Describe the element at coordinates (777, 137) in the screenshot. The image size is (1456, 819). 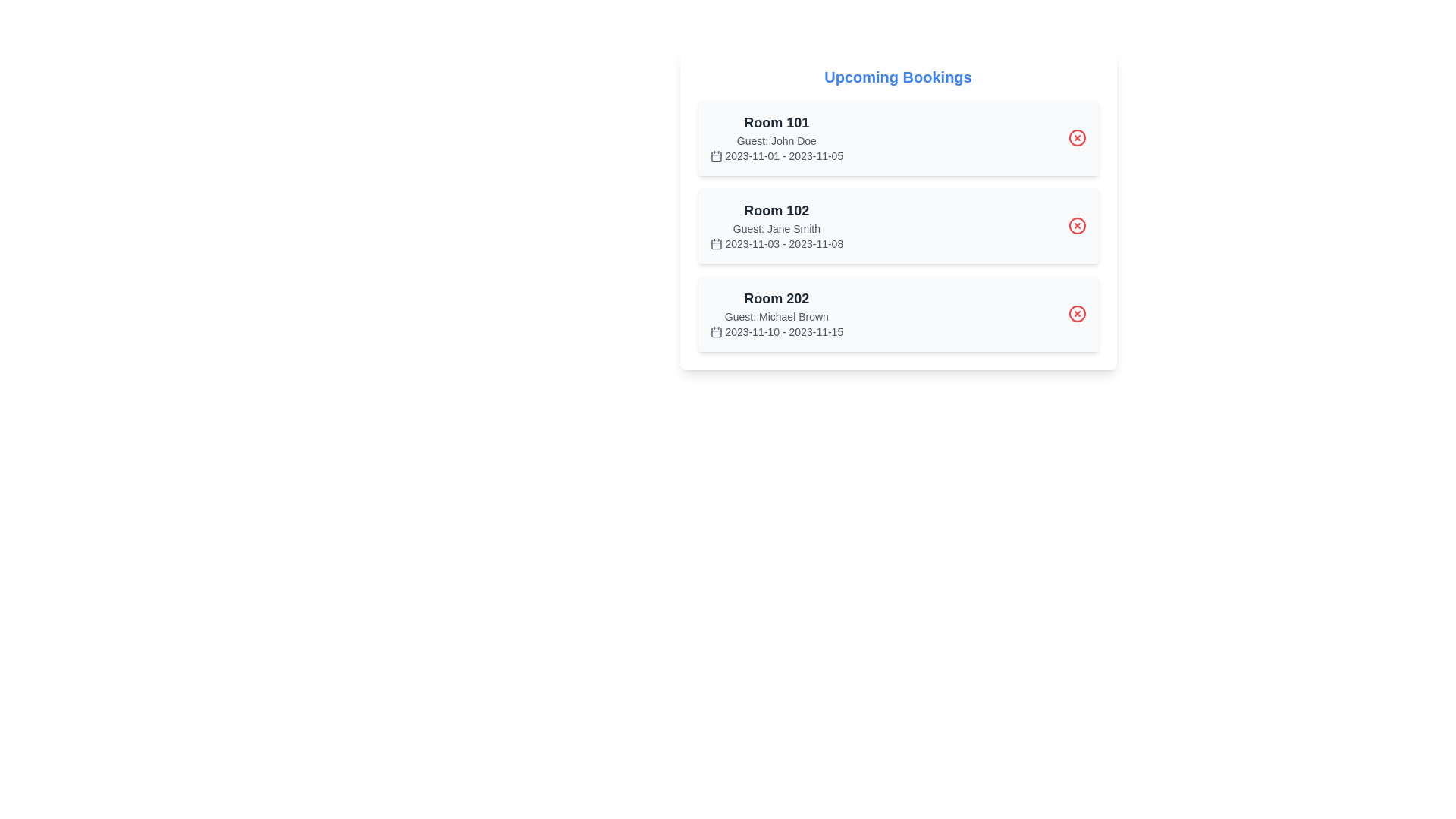
I see `the text entry element displaying 'Room 101', which includes descriptive information such as 'Guest: John Doe' and dates '2023-11-01 - 2023-11-05', located in the topmost card of the booking items list` at that location.